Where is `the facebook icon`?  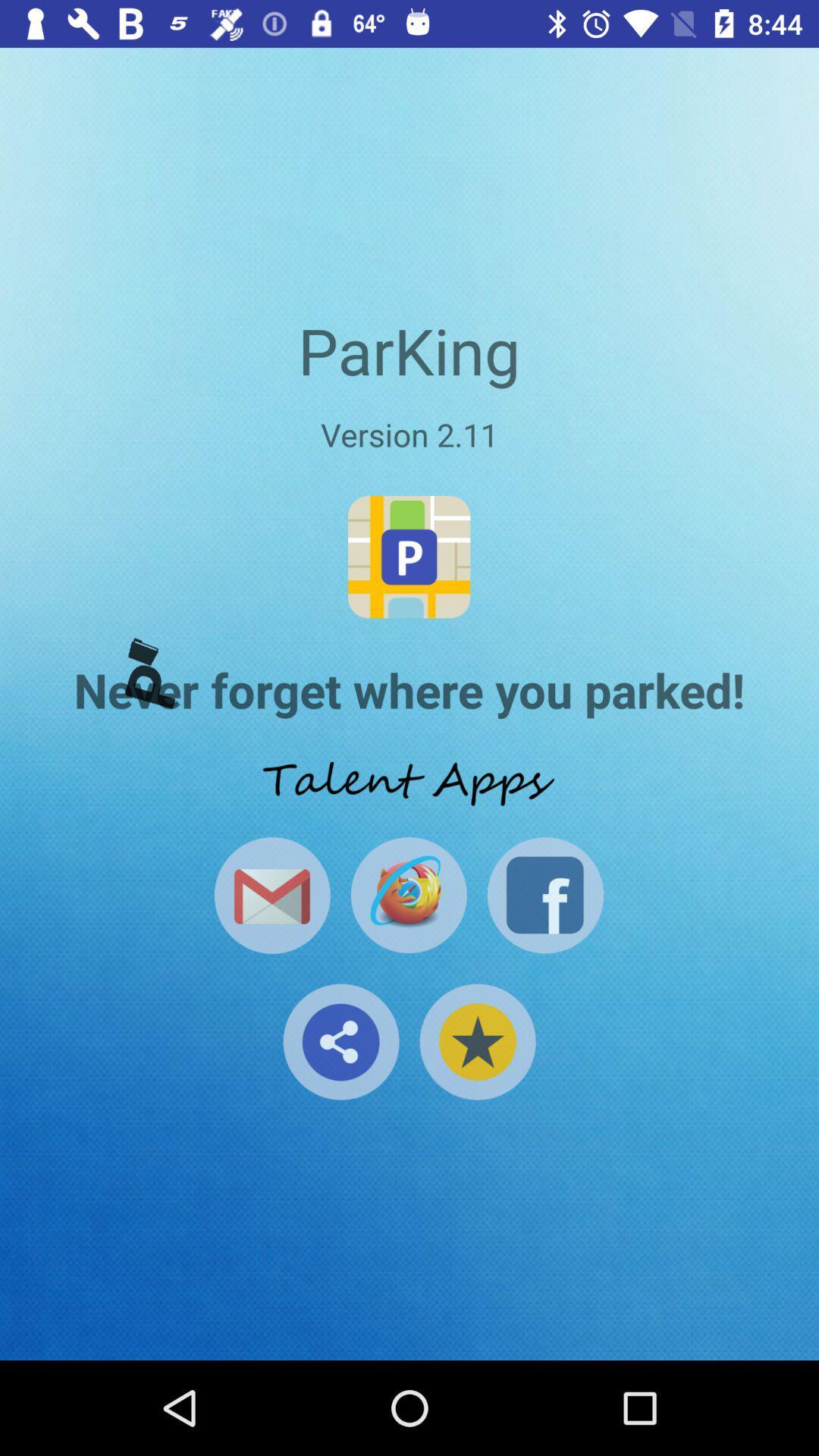 the facebook icon is located at coordinates (544, 895).